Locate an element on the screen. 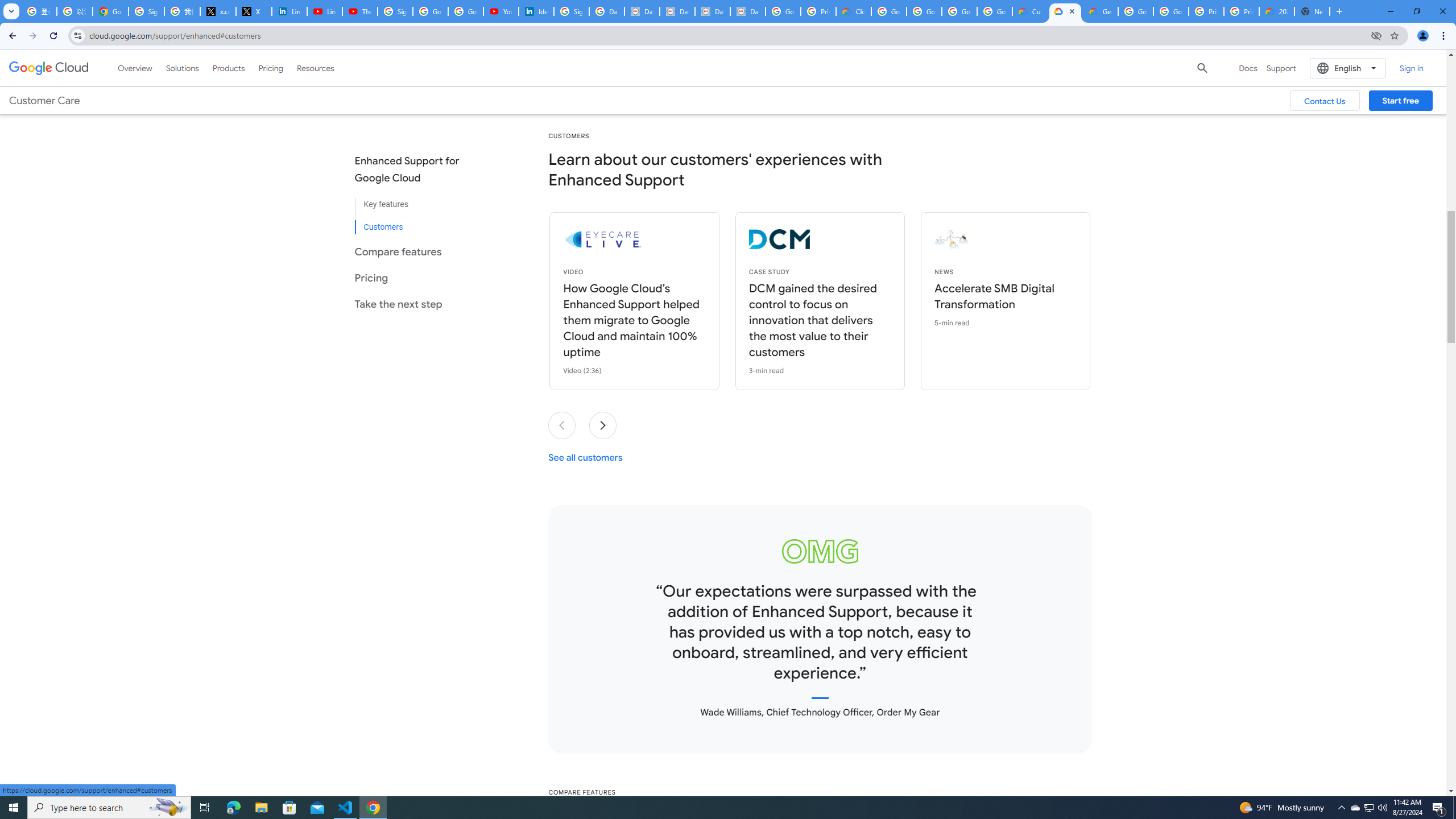  'LinkedIn Privacy Policy' is located at coordinates (288, 11).